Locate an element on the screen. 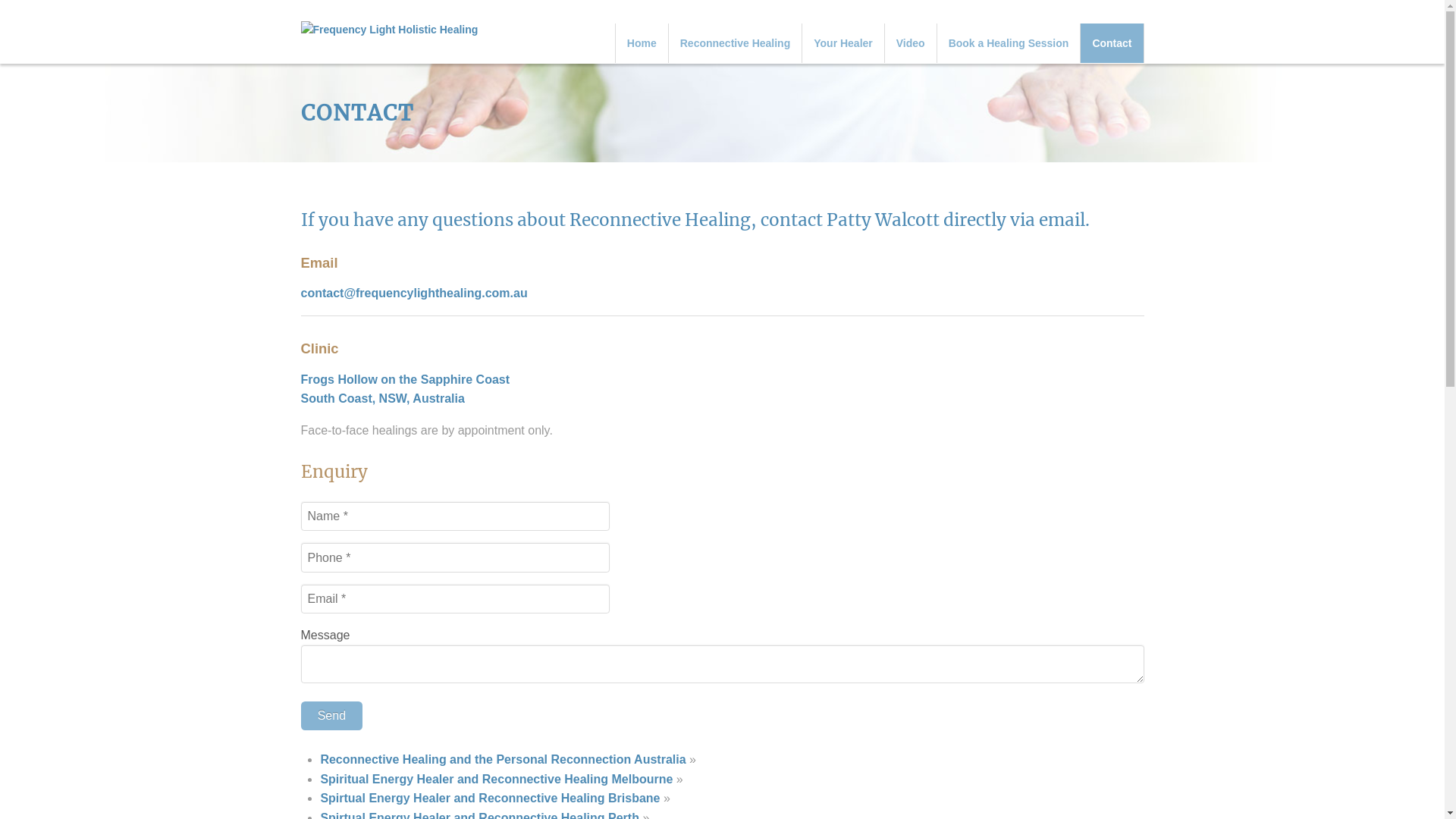 This screenshot has width=1456, height=819. 'Your Healer' is located at coordinates (843, 42).